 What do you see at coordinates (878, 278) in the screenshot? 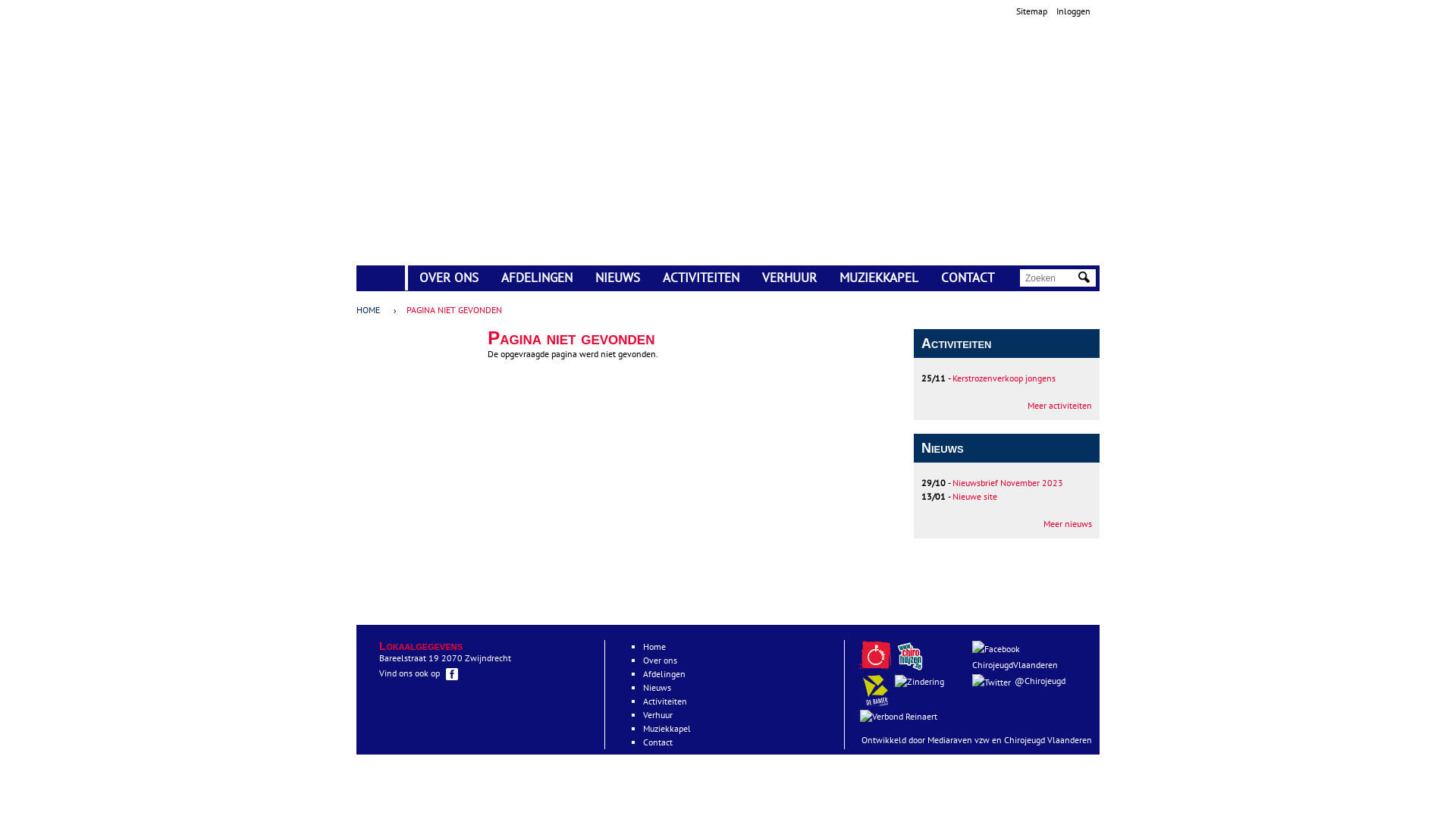
I see `'MUZIEKKAPEL'` at bounding box center [878, 278].